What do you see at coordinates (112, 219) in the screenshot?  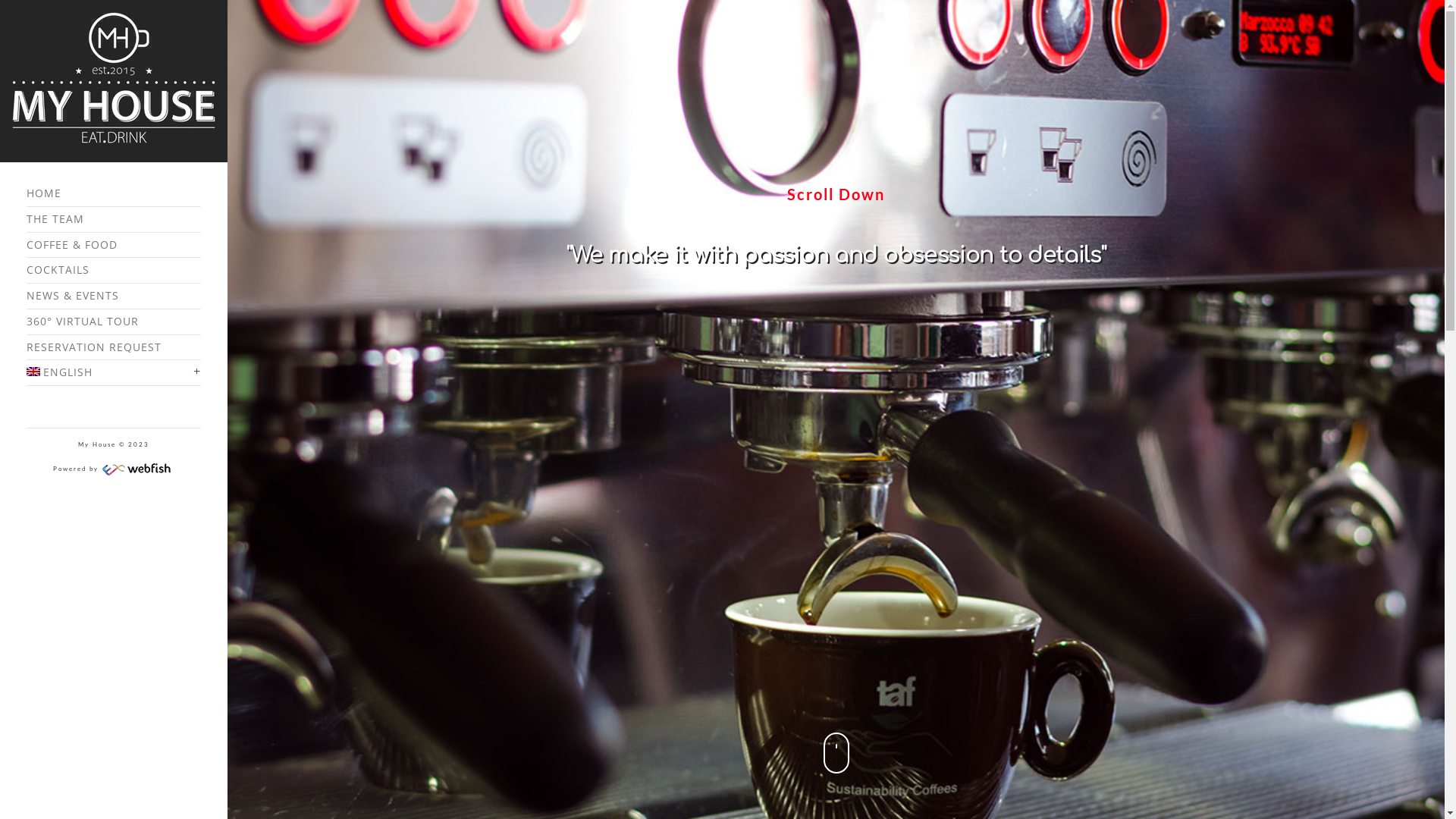 I see `'THE TEAM'` at bounding box center [112, 219].